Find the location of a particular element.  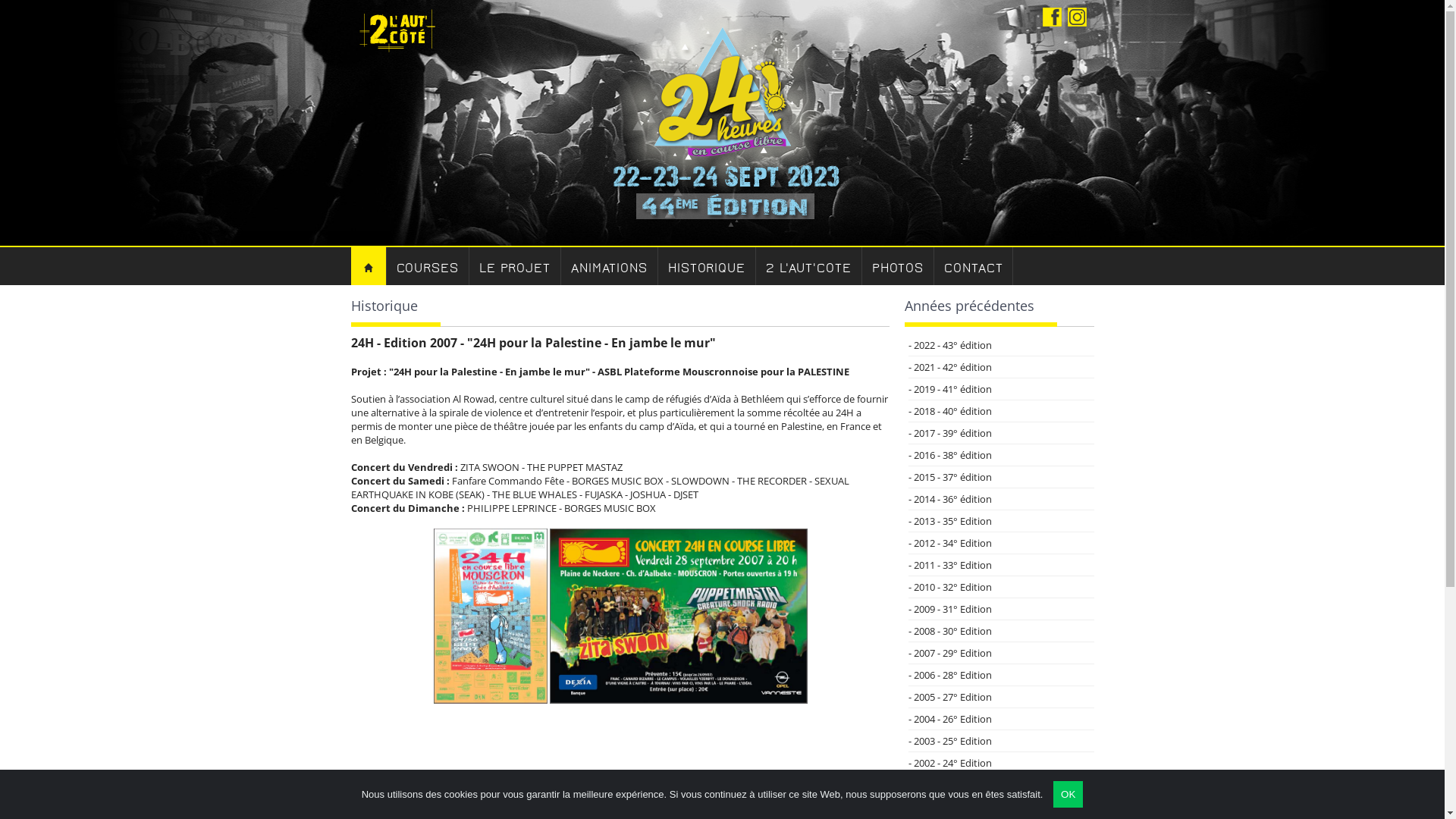

'2 L'AUT'COTE' is located at coordinates (808, 265).